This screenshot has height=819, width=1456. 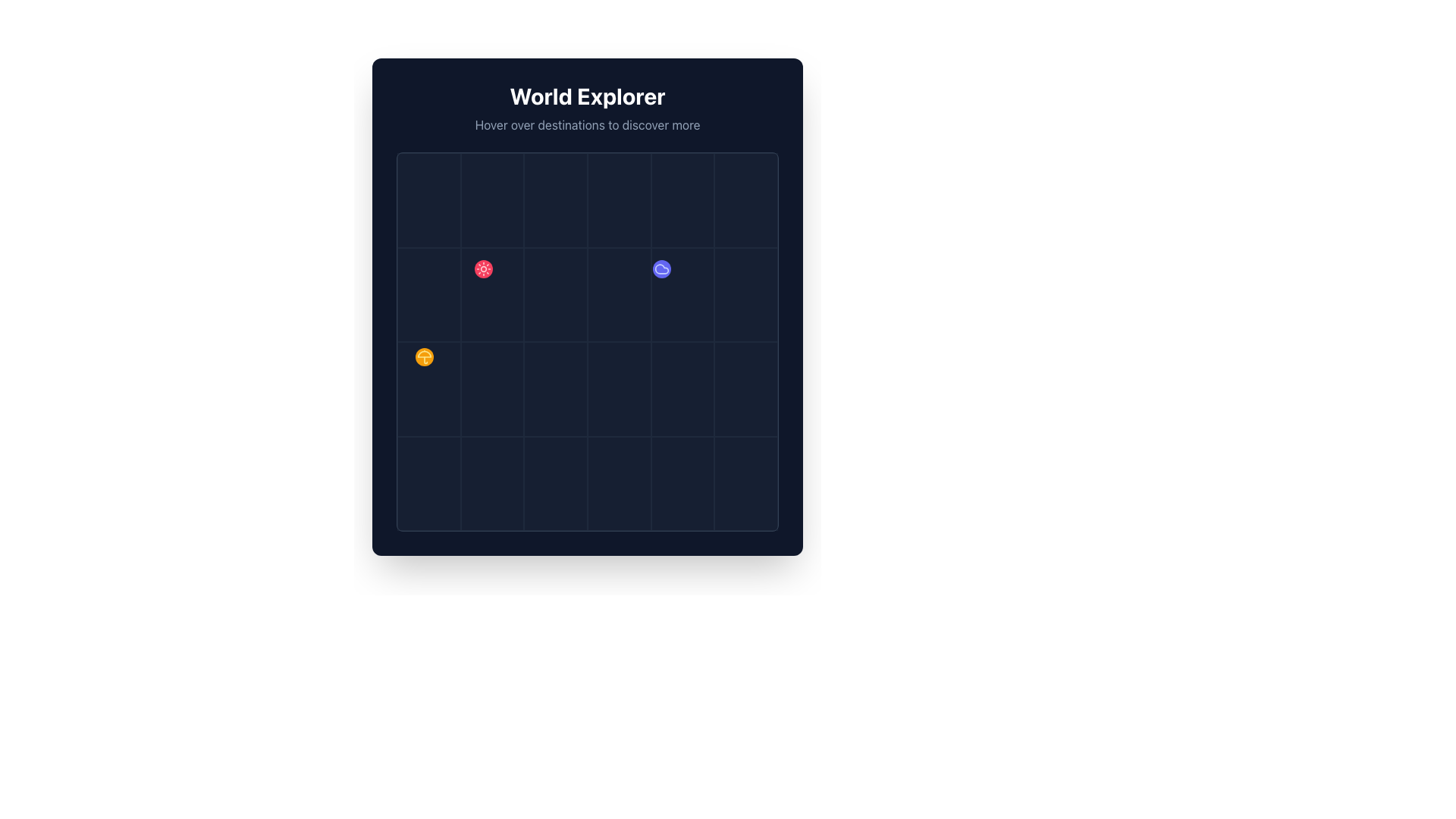 What do you see at coordinates (438, 356) in the screenshot?
I see `the circular button with an amber-yellow background and white umbrella symbol, located in the lower-left position of the 'World Explorer' grid` at bounding box center [438, 356].